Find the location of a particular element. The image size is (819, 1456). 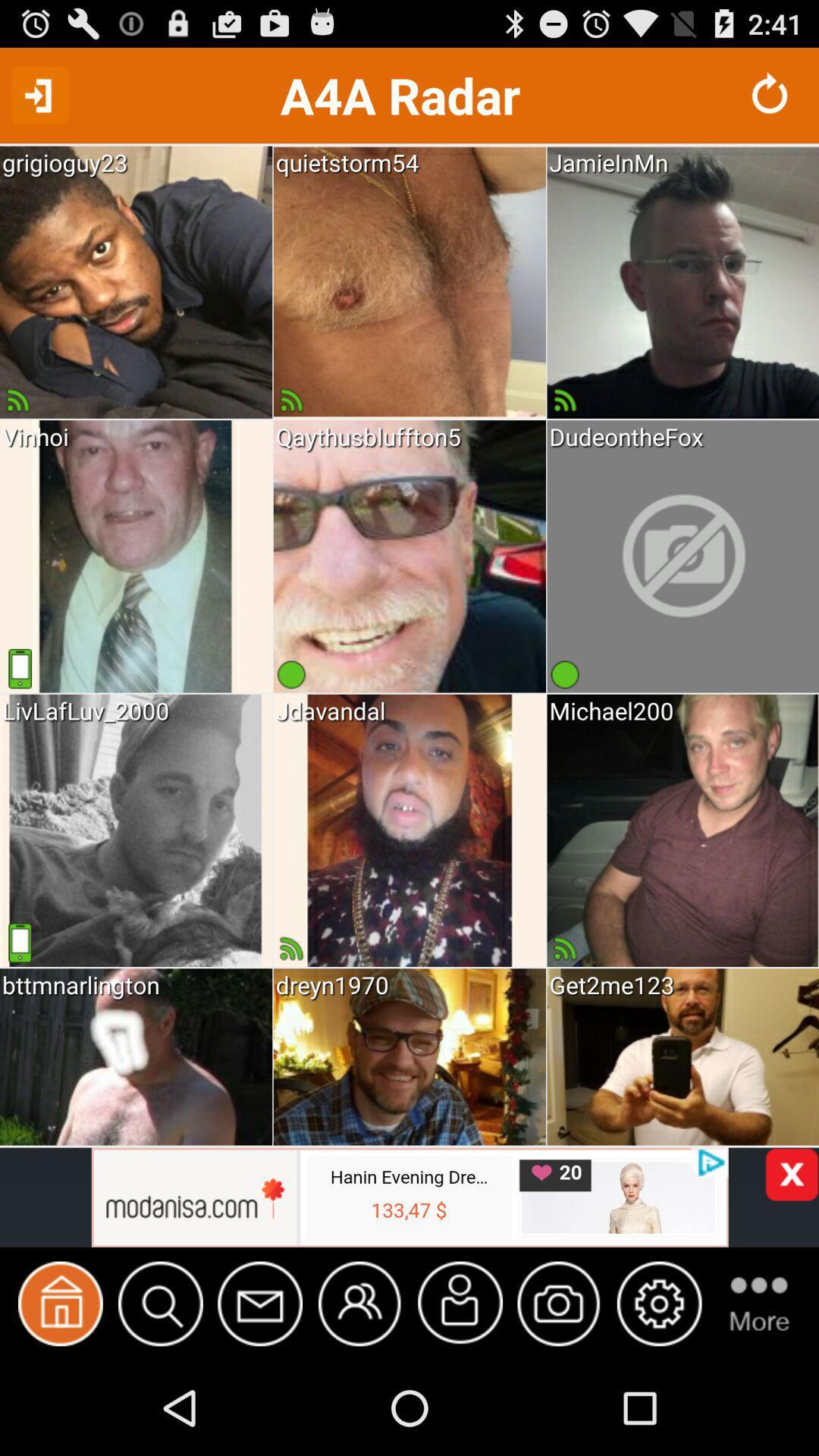

the close icon is located at coordinates (791, 1257).